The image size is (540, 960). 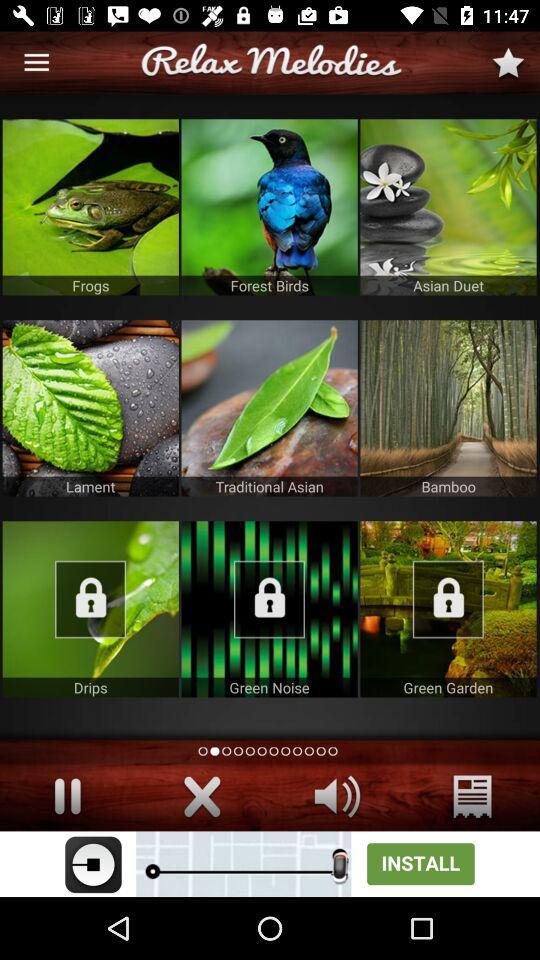 I want to click on banner, so click(x=270, y=863).